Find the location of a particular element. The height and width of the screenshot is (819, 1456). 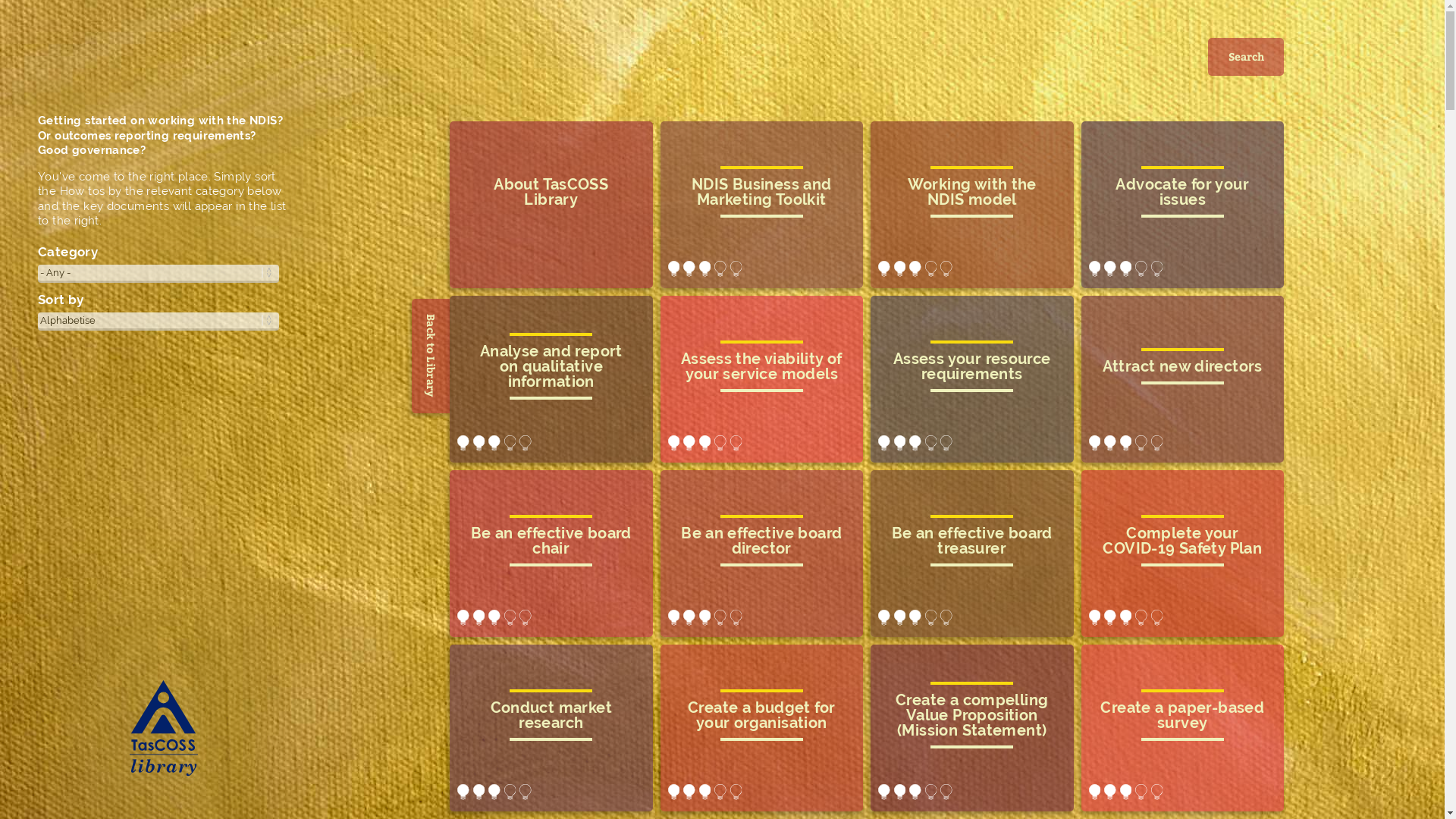

'attract new directors' is located at coordinates (1182, 378).